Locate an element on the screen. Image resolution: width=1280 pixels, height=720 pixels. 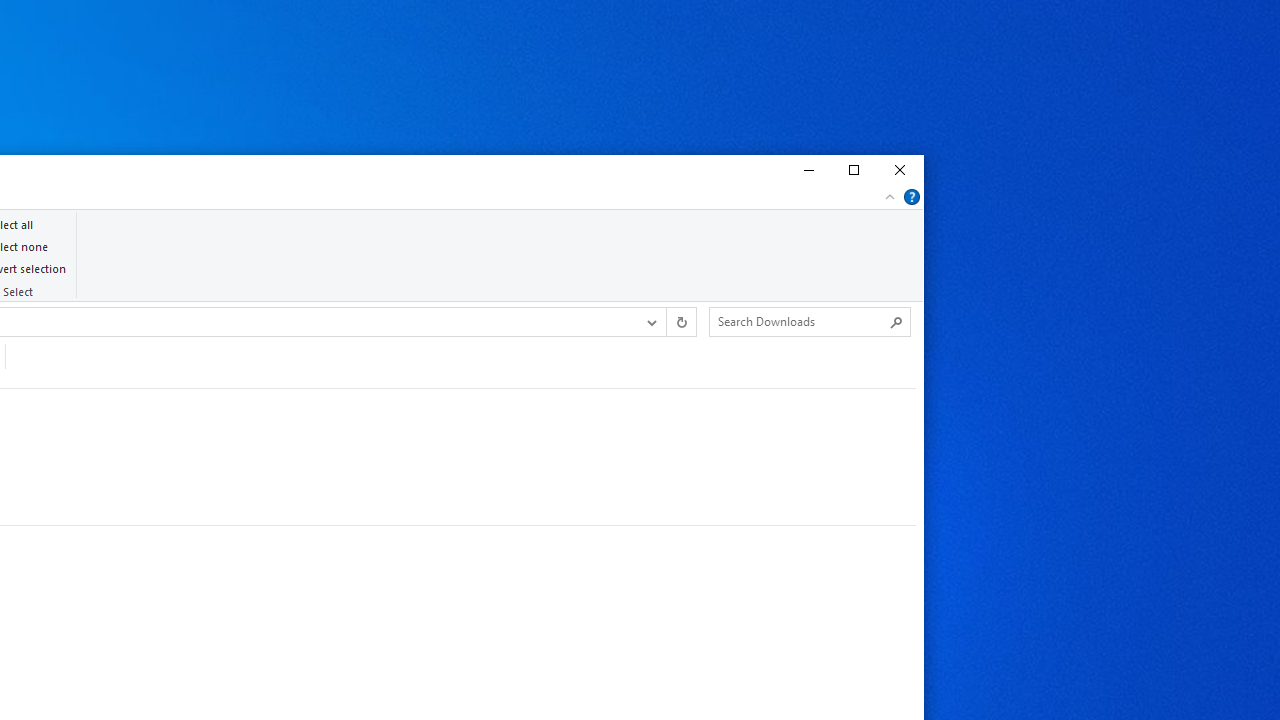
'Refresh "Downloads" (F5)' is located at coordinates (680, 320).